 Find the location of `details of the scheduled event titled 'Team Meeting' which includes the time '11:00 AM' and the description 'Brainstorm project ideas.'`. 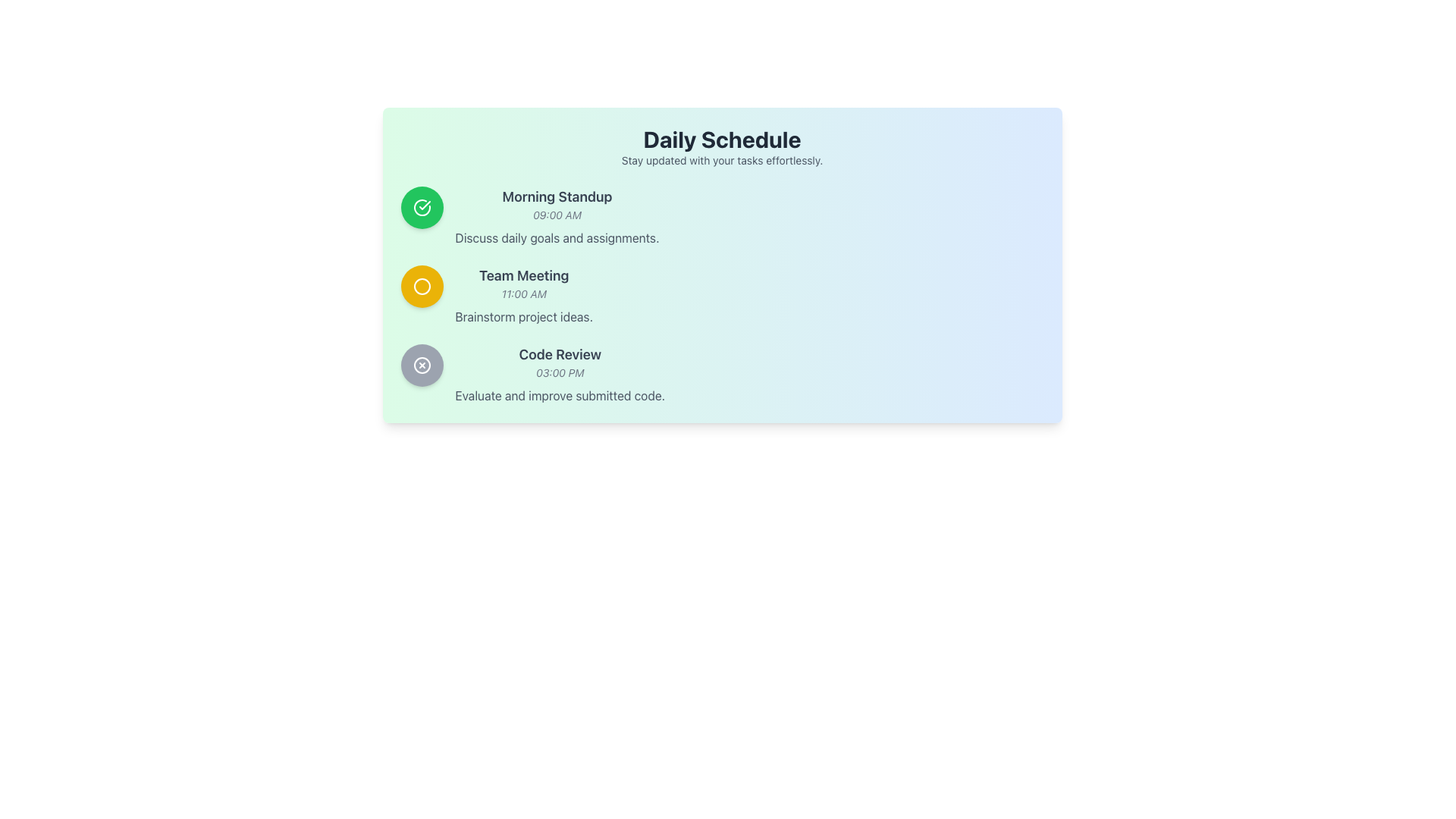

details of the scheduled event titled 'Team Meeting' which includes the time '11:00 AM' and the description 'Brainstorm project ideas.' is located at coordinates (524, 295).